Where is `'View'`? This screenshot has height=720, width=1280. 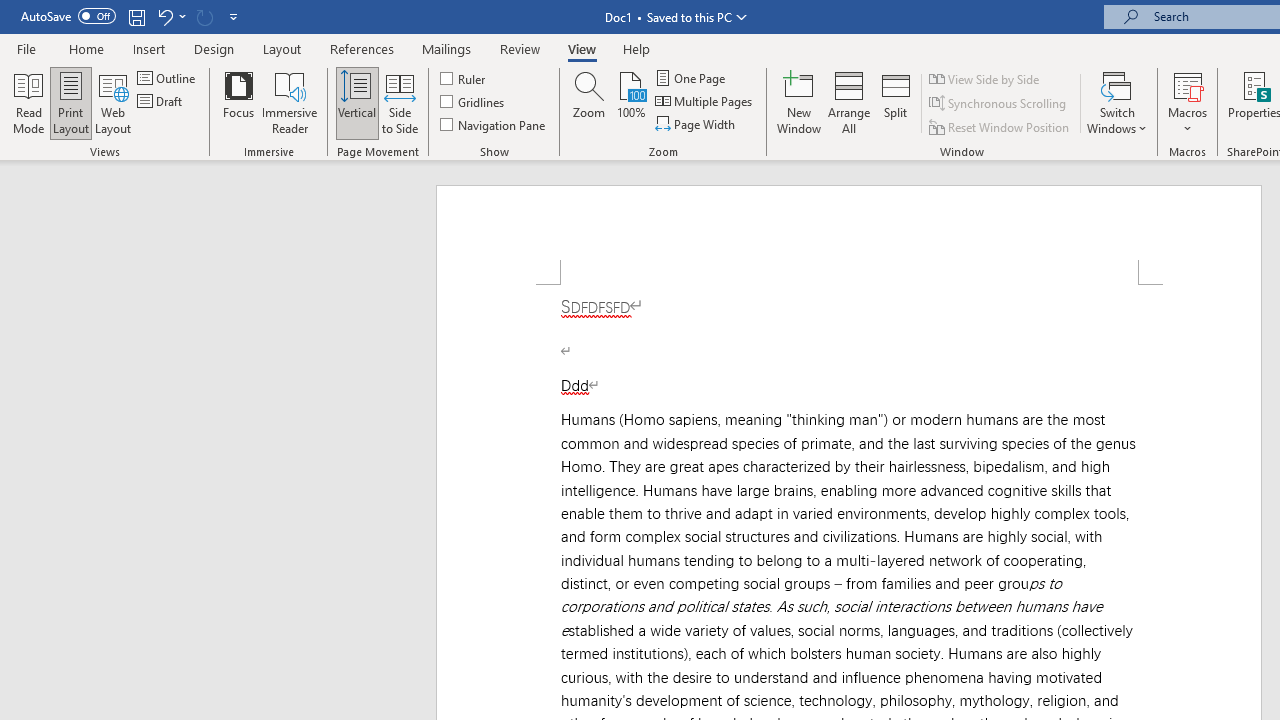 'View' is located at coordinates (581, 48).